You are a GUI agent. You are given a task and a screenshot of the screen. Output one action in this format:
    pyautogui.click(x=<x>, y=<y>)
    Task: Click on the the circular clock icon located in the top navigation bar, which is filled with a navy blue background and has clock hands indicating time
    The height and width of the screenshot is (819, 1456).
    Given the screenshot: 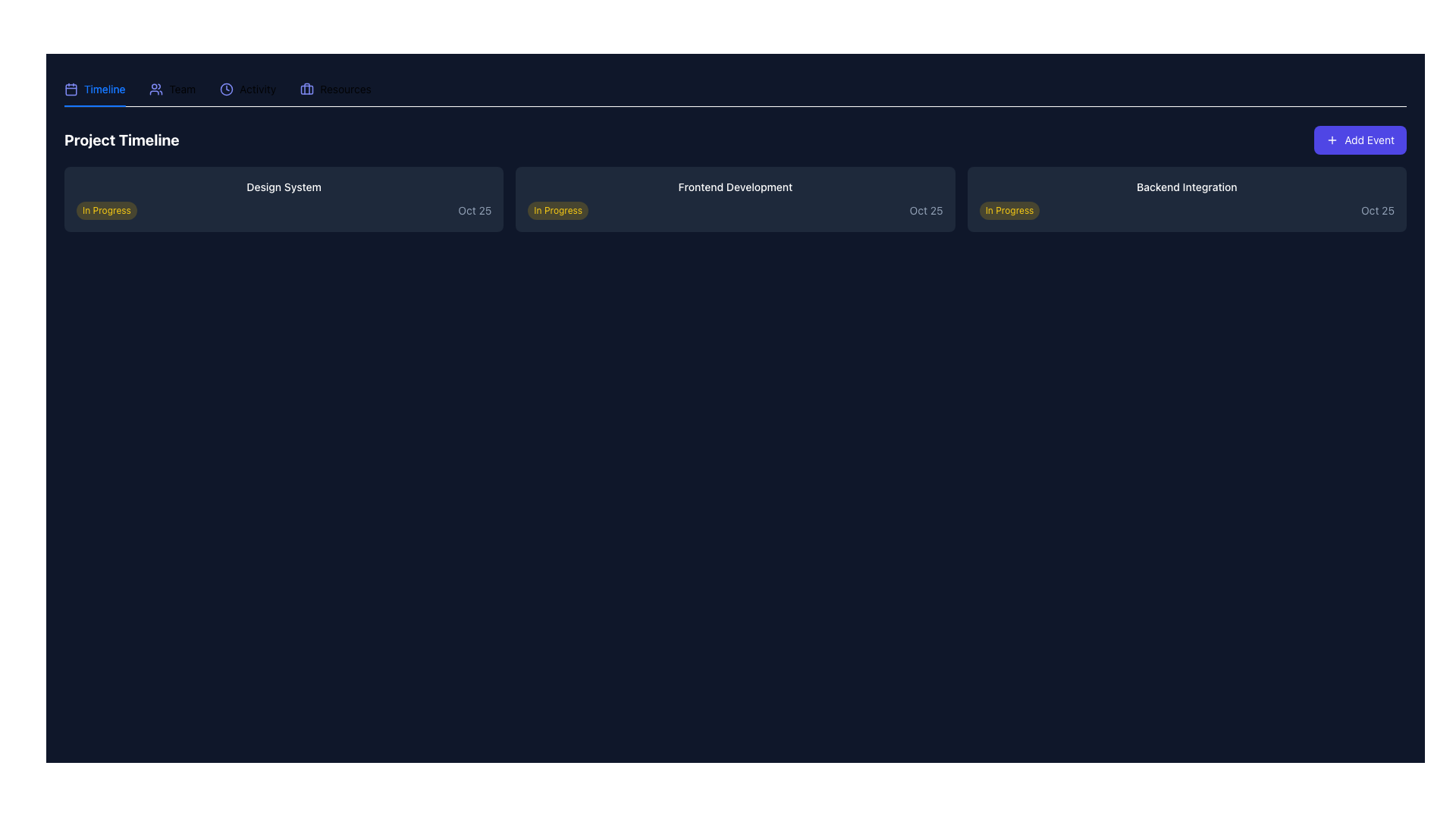 What is the action you would take?
    pyautogui.click(x=226, y=89)
    